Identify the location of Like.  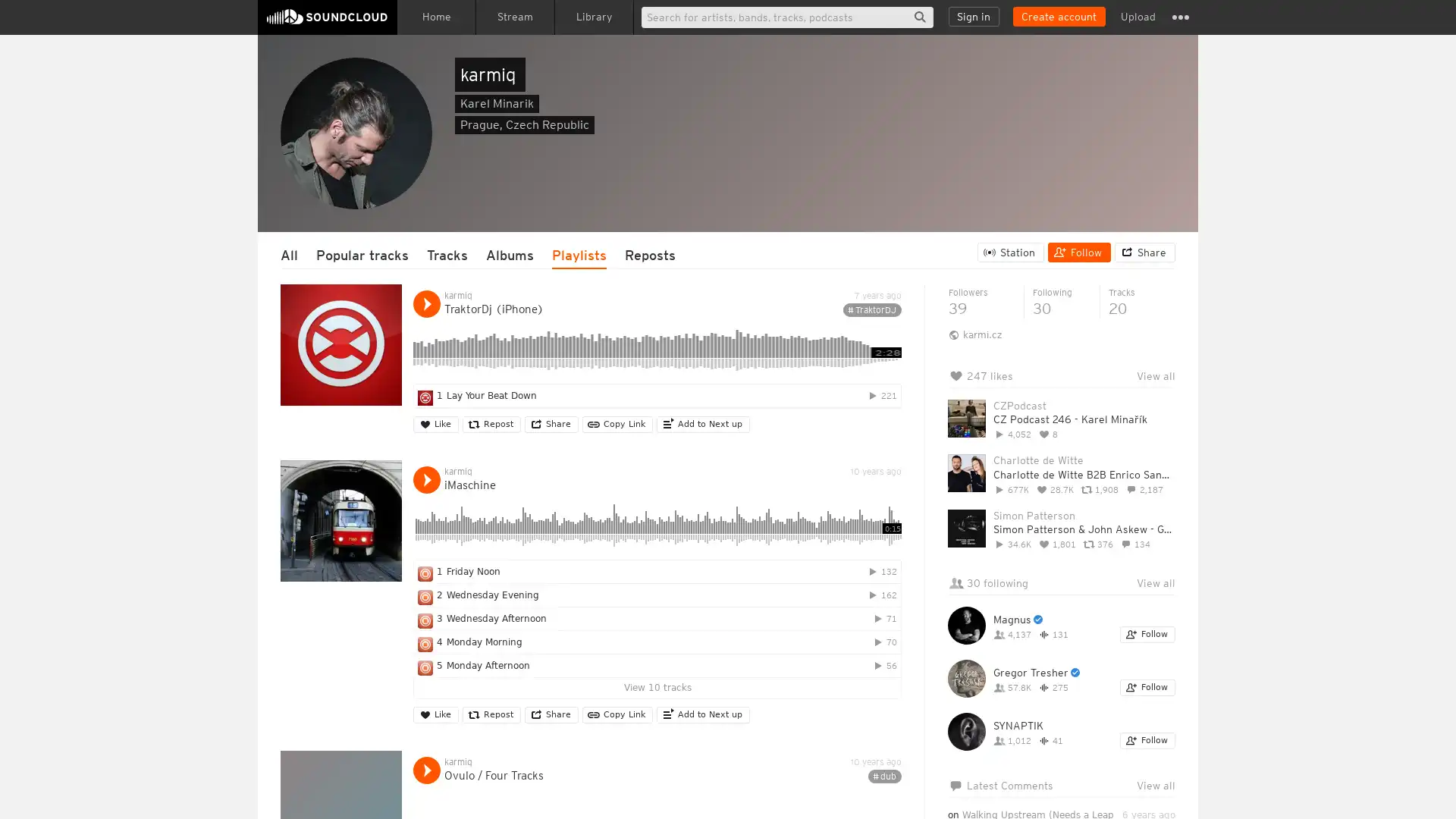
(435, 424).